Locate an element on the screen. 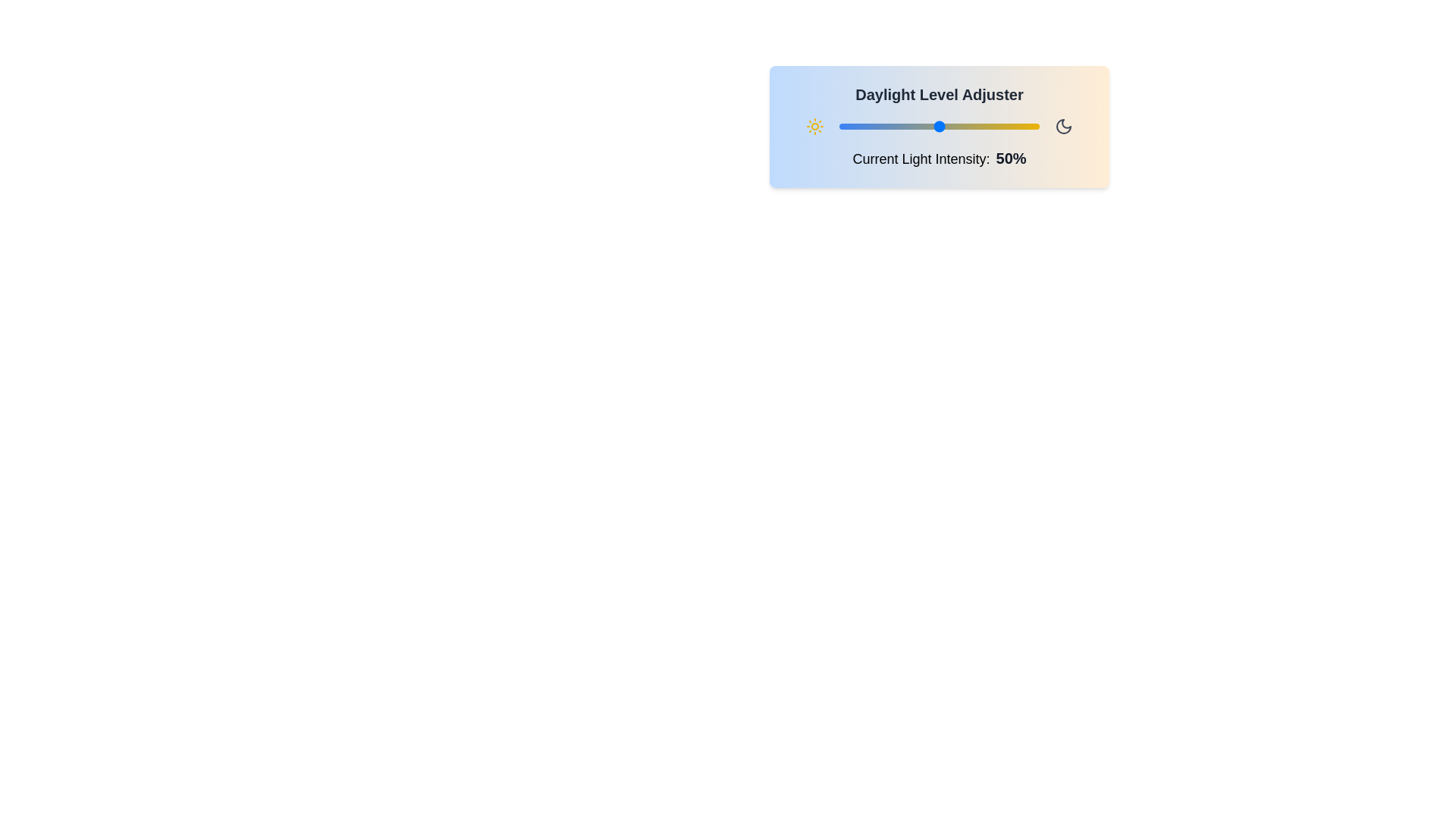 The height and width of the screenshot is (819, 1456). the daylight slider to 52% is located at coordinates (943, 125).